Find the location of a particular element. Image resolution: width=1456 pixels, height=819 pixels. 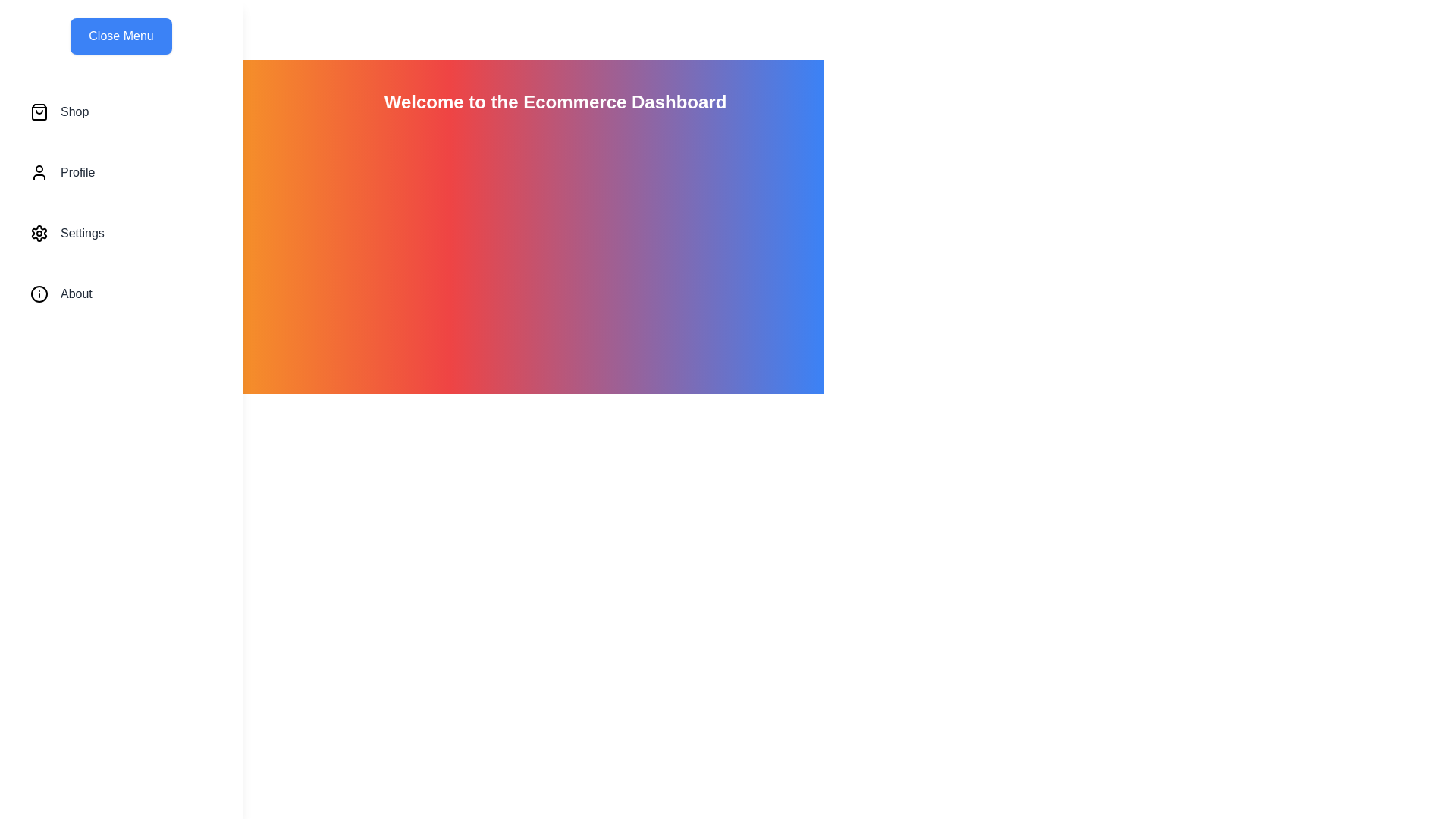

the 'Close Menu' button to toggle the drawer is located at coordinates (120, 35).